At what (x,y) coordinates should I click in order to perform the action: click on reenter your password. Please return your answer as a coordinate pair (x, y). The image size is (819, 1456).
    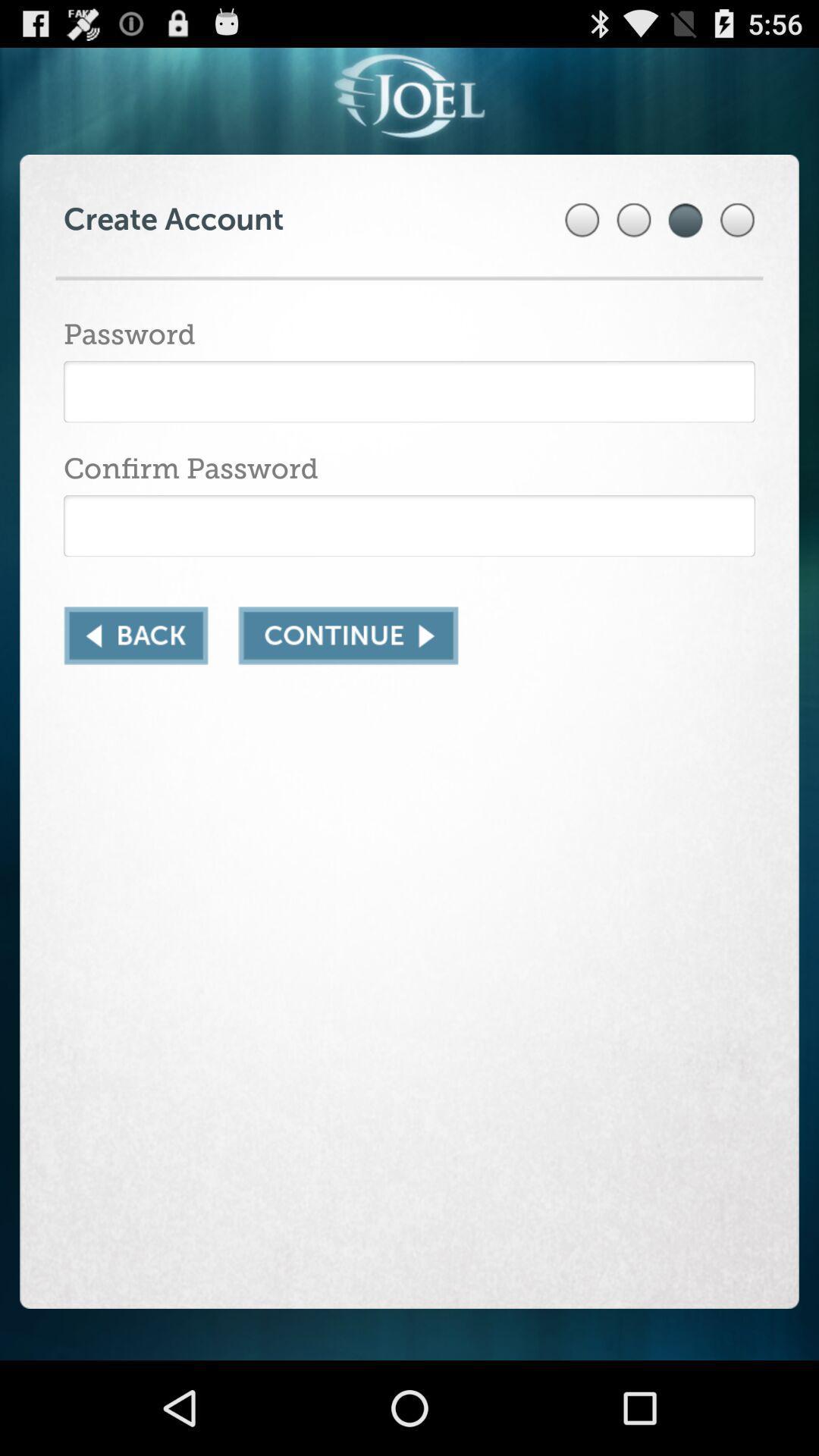
    Looking at the image, I should click on (409, 526).